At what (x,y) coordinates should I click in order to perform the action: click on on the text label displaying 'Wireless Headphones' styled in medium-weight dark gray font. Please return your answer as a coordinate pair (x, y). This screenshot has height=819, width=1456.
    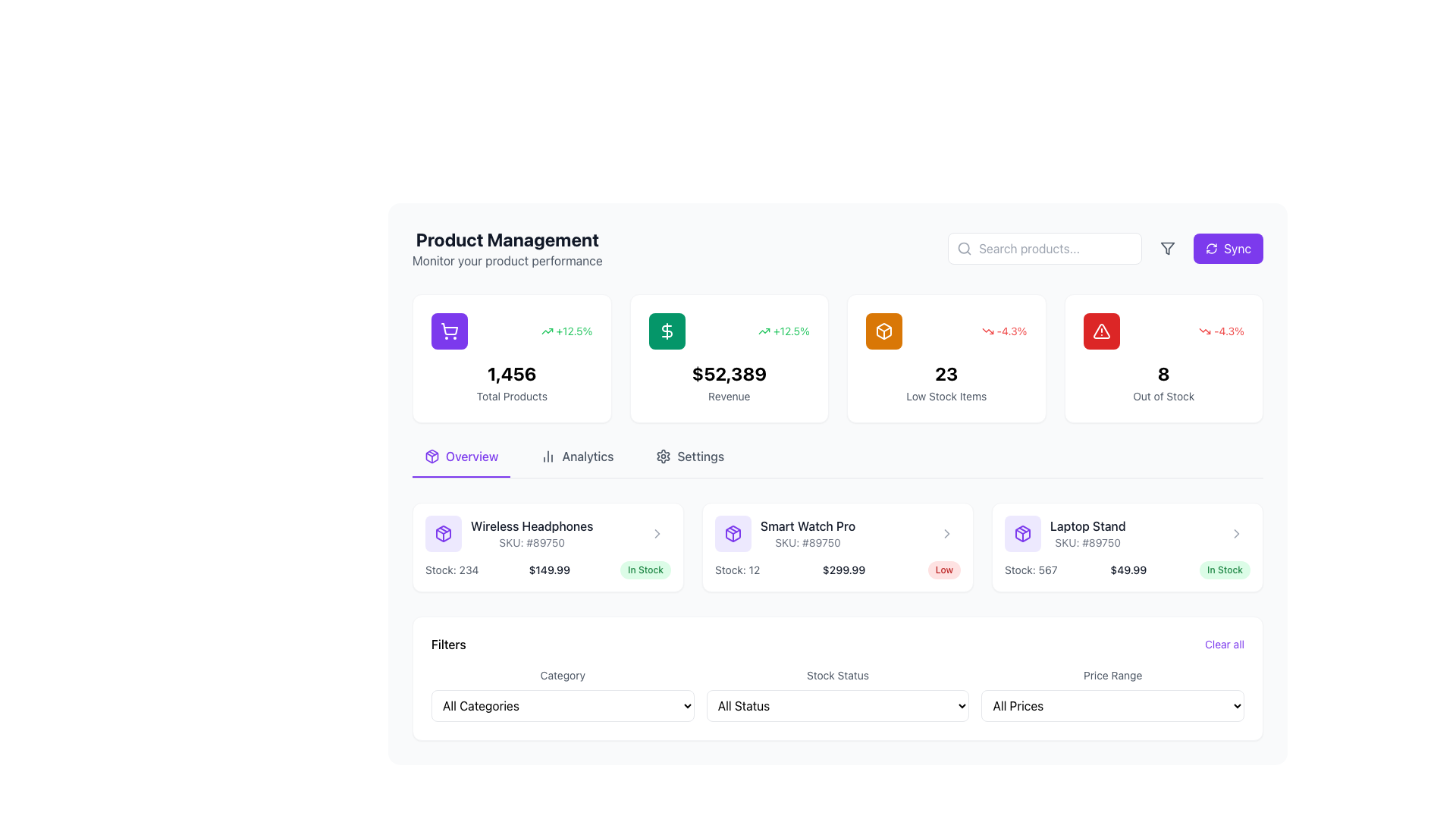
    Looking at the image, I should click on (532, 526).